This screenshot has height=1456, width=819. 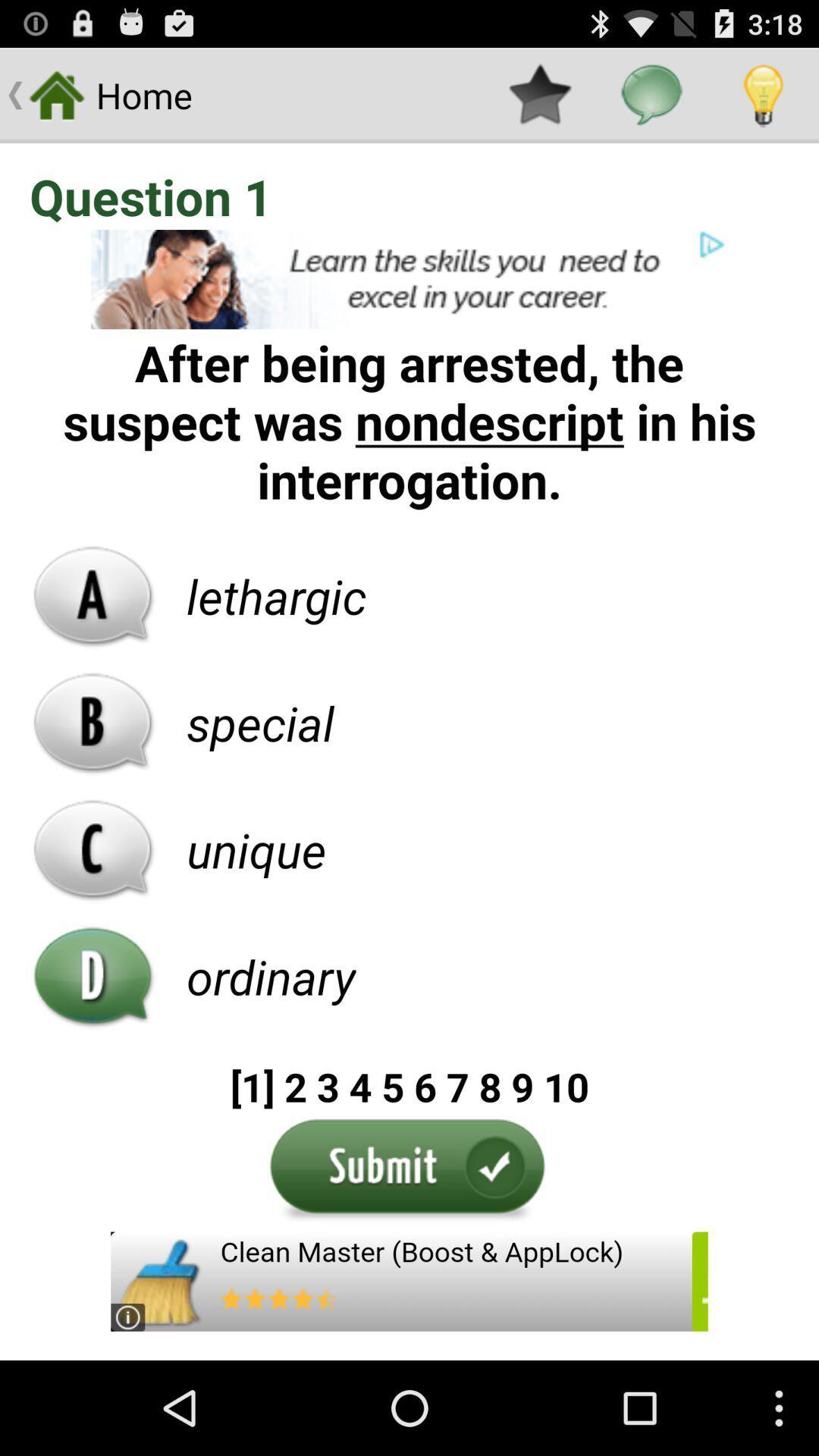 I want to click on the text special which is palced right side of the option b, so click(x=259, y=722).